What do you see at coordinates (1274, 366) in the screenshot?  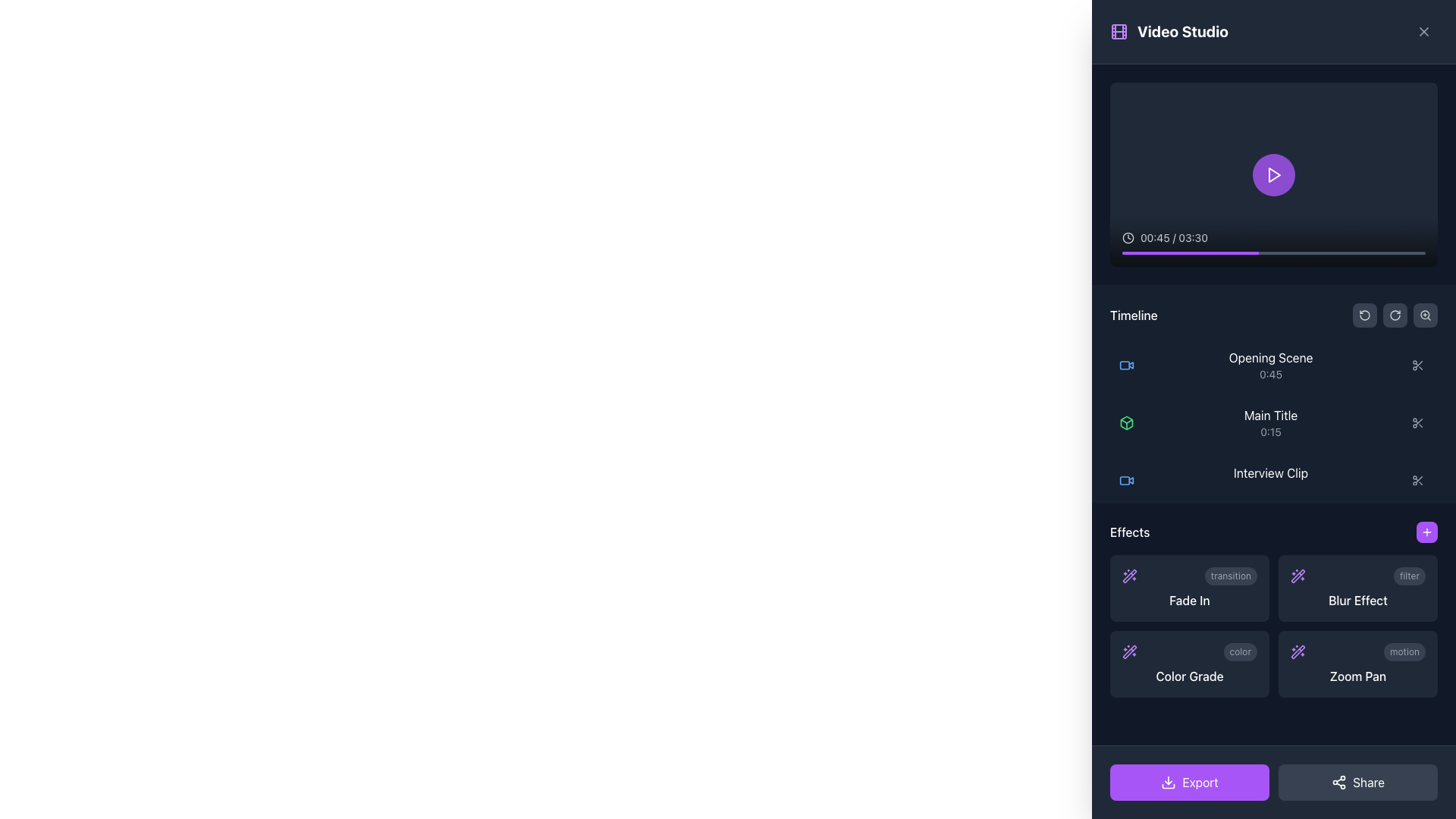 I see `the first list item in the vertical timeline representing the 'Opening Scene'` at bounding box center [1274, 366].